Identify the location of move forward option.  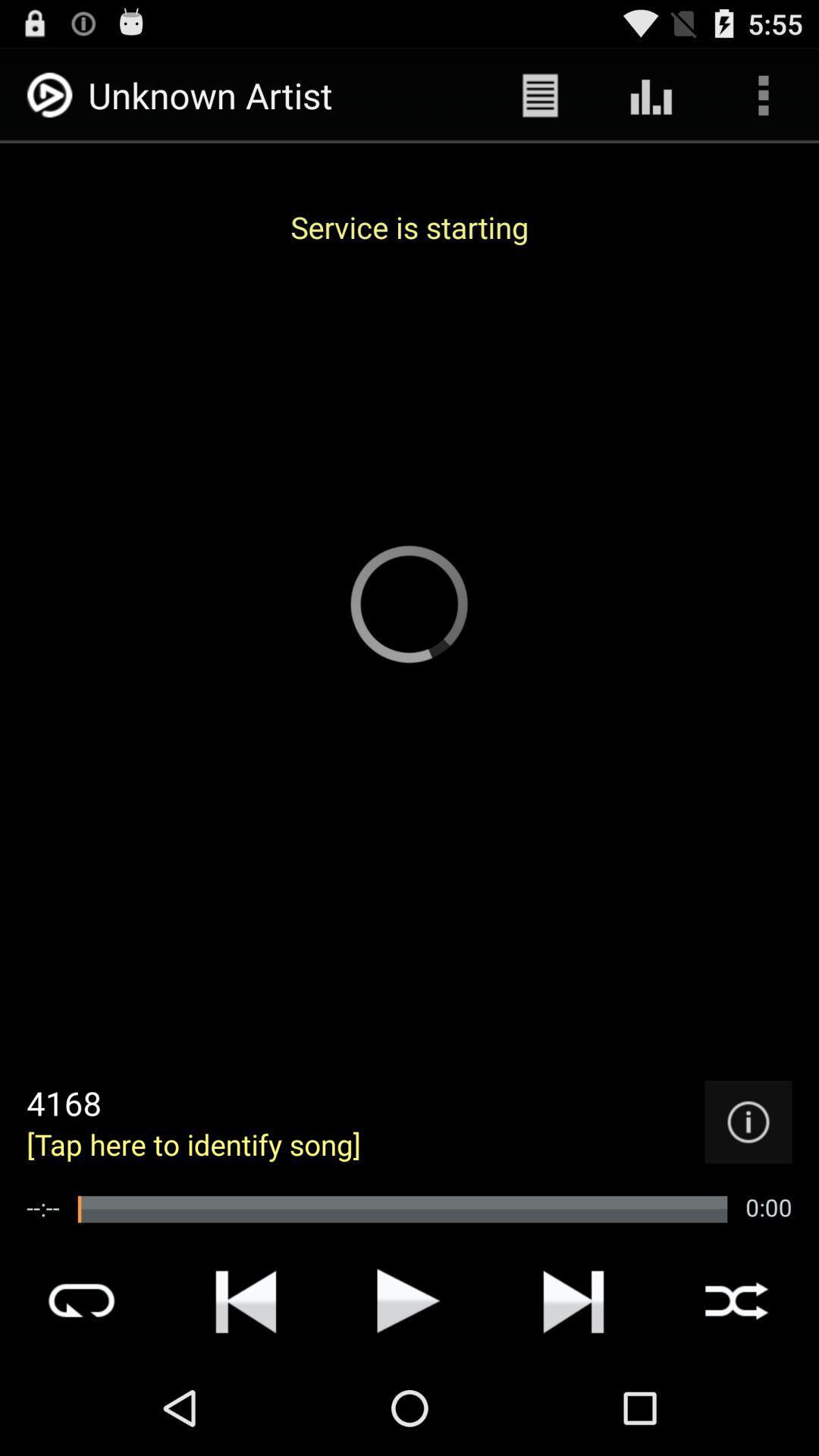
(573, 1300).